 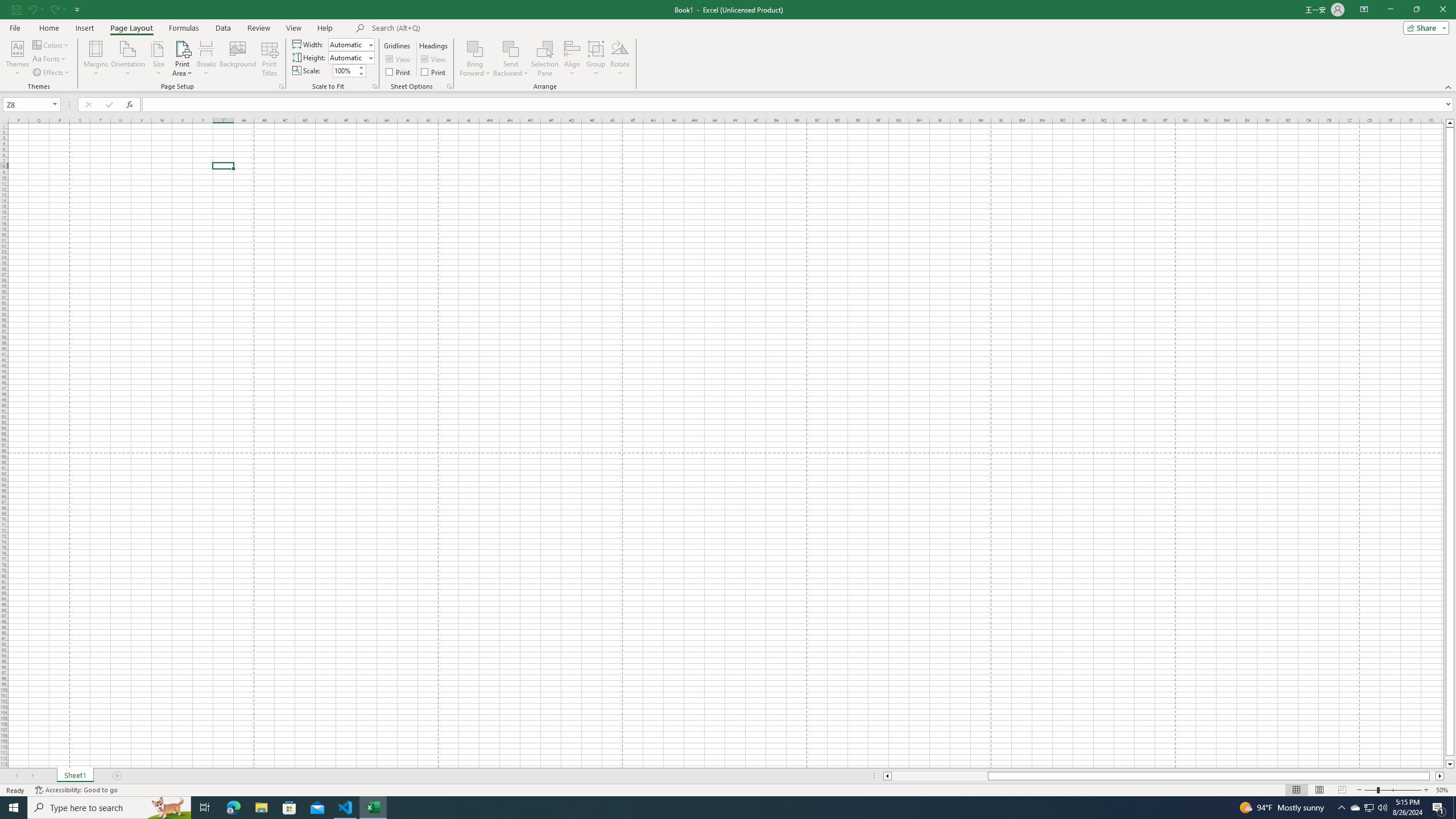 What do you see at coordinates (510, 59) in the screenshot?
I see `'Send Backward'` at bounding box center [510, 59].